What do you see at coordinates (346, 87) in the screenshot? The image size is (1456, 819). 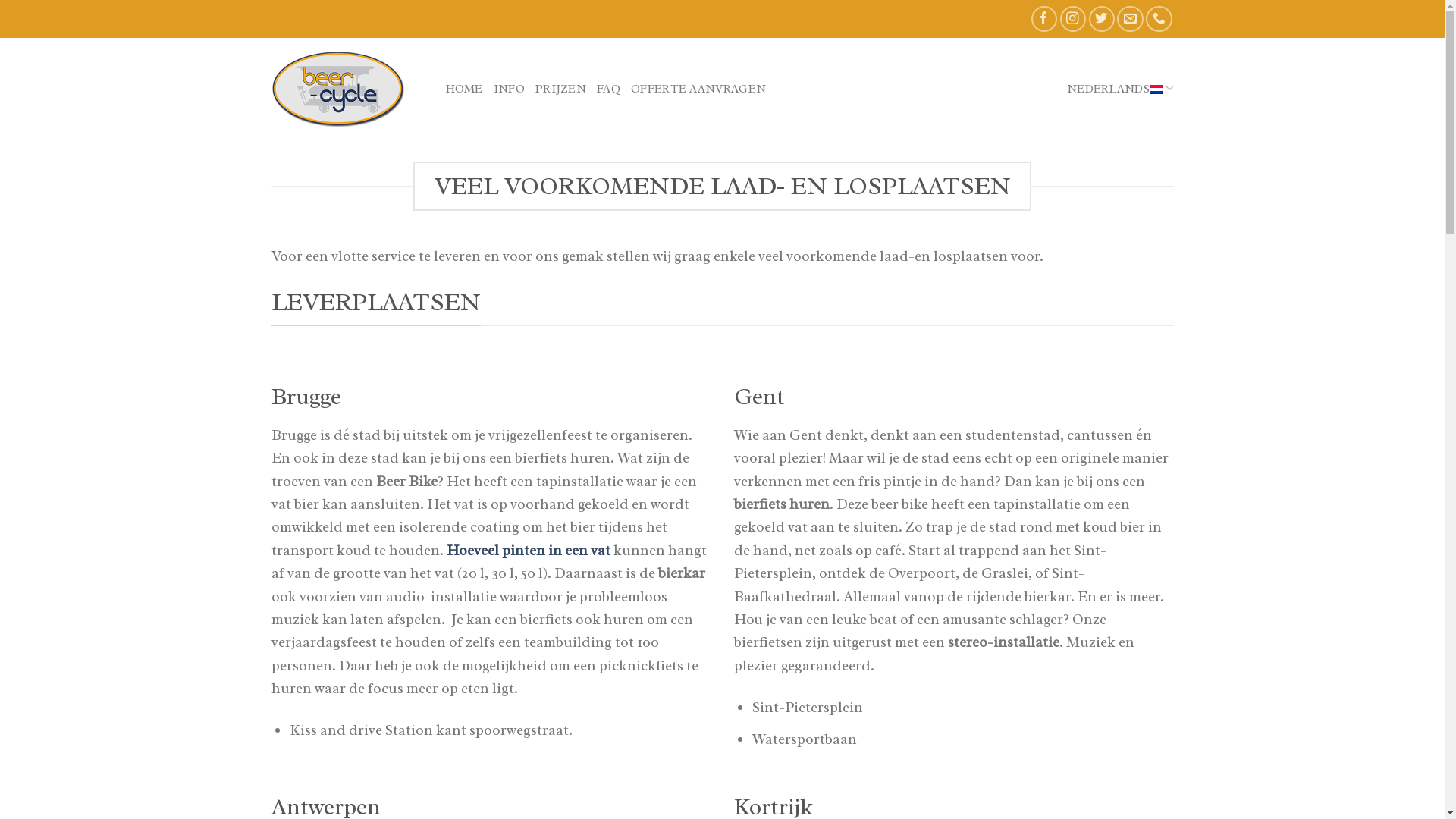 I see `'Beer-cycle - Verhuur van bierfietsen'` at bounding box center [346, 87].